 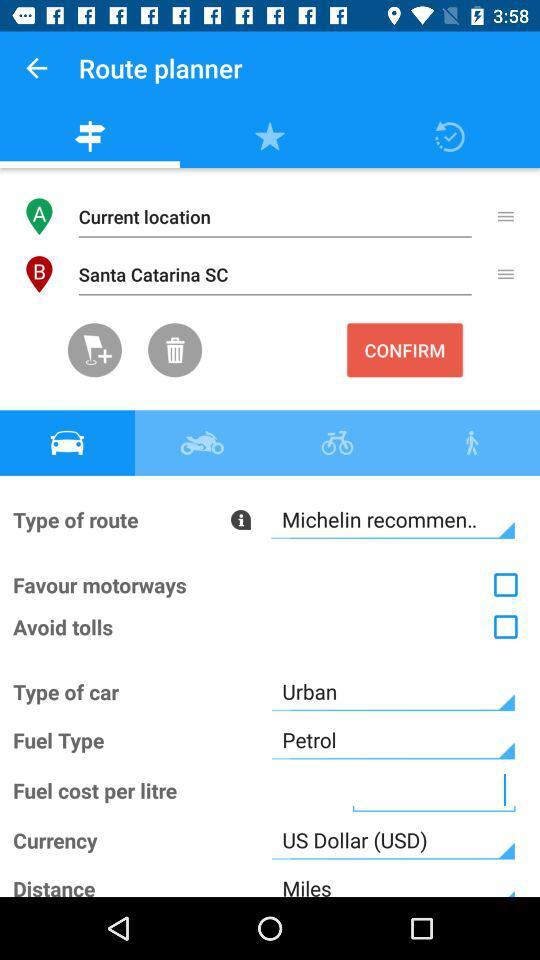 What do you see at coordinates (175, 350) in the screenshot?
I see `the delete icon` at bounding box center [175, 350].